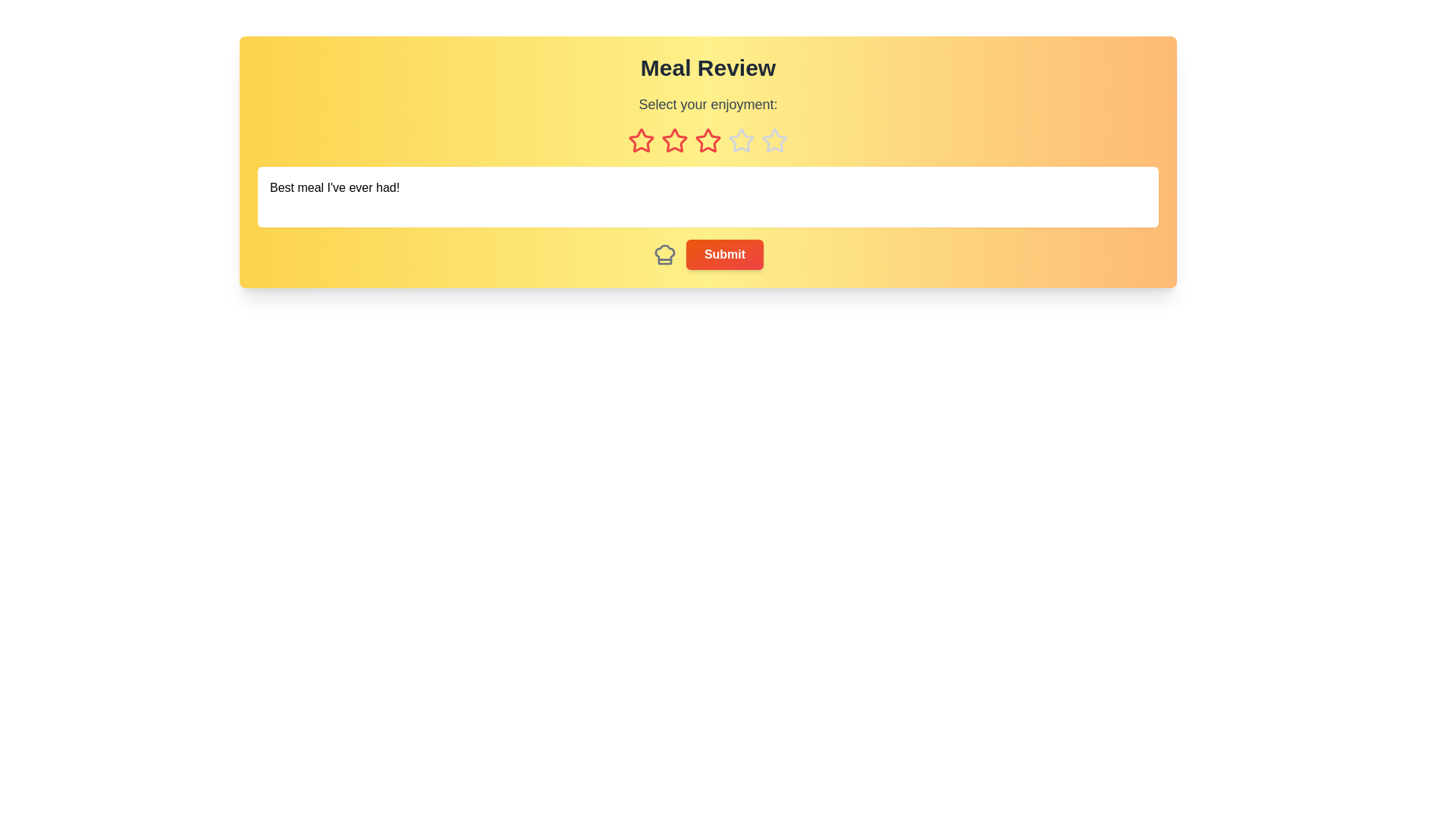 The image size is (1456, 819). What do you see at coordinates (708, 140) in the screenshot?
I see `the third star in the row of five rating stars` at bounding box center [708, 140].